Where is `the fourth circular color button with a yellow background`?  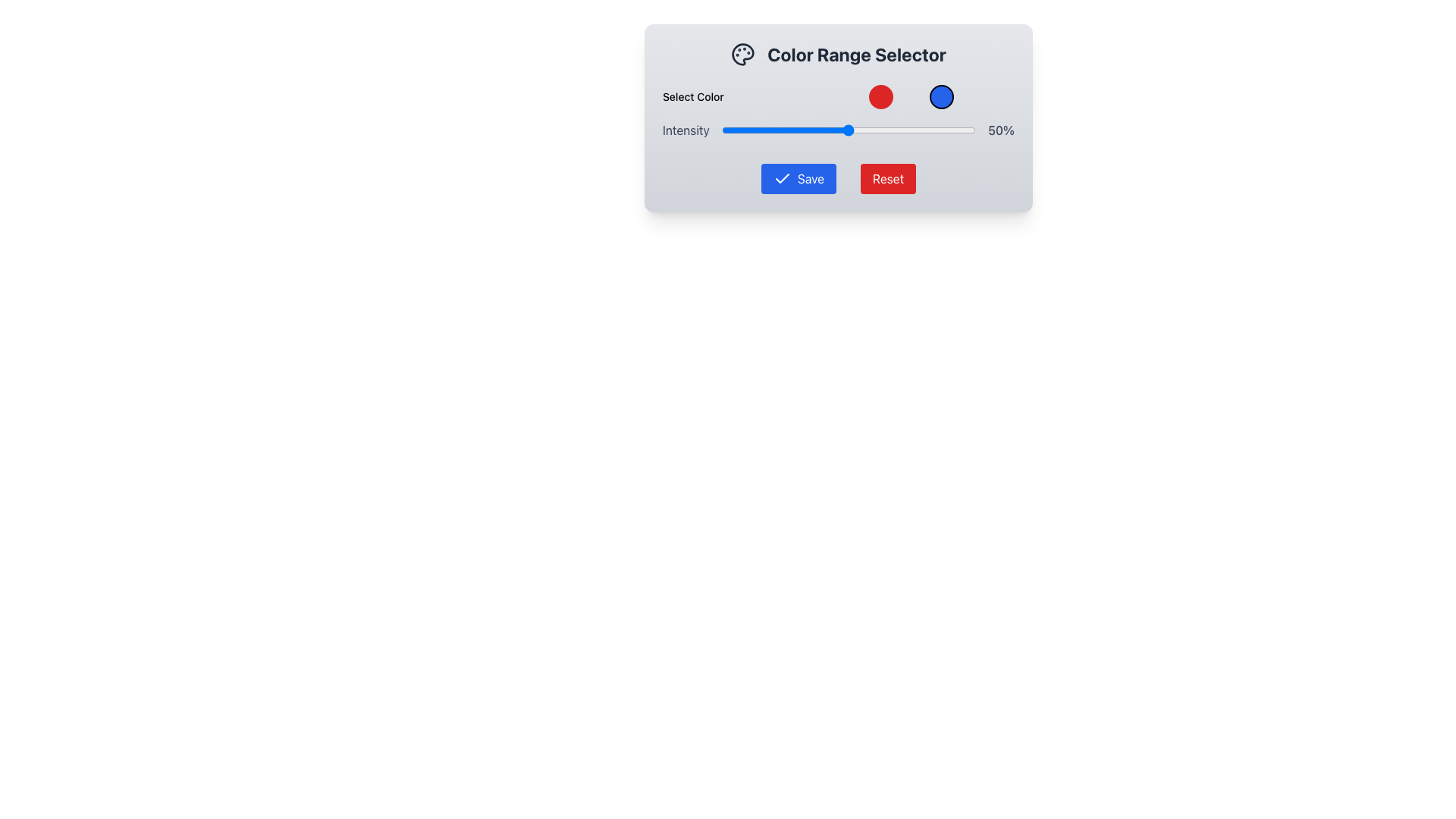 the fourth circular color button with a yellow background is located at coordinates (971, 96).